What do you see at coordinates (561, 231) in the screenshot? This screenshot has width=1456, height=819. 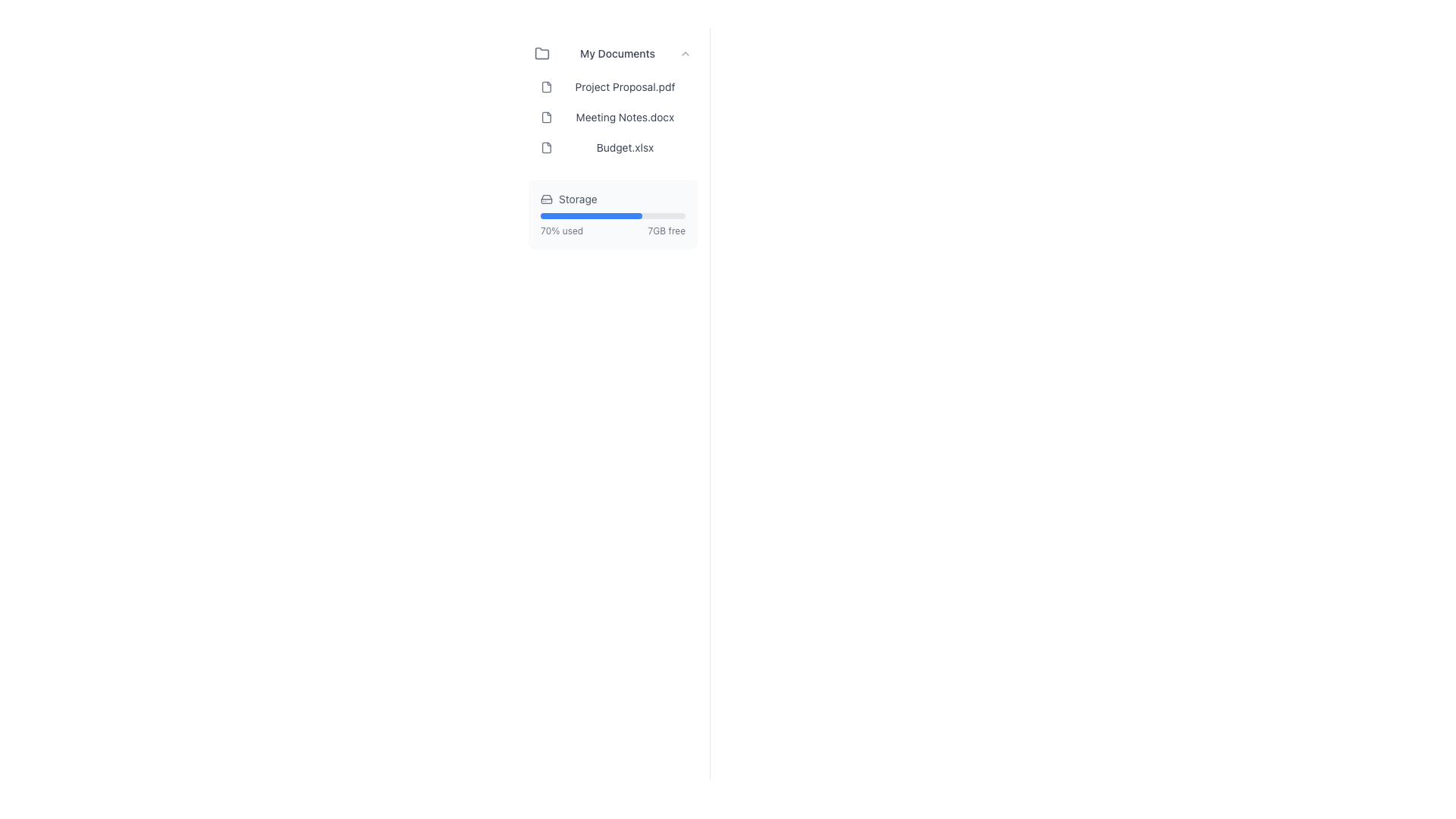 I see `the static text label that indicates the percentage of storage utilized, located near the bottom of the 'Storage' section, to the left of the '7GB free' text` at bounding box center [561, 231].